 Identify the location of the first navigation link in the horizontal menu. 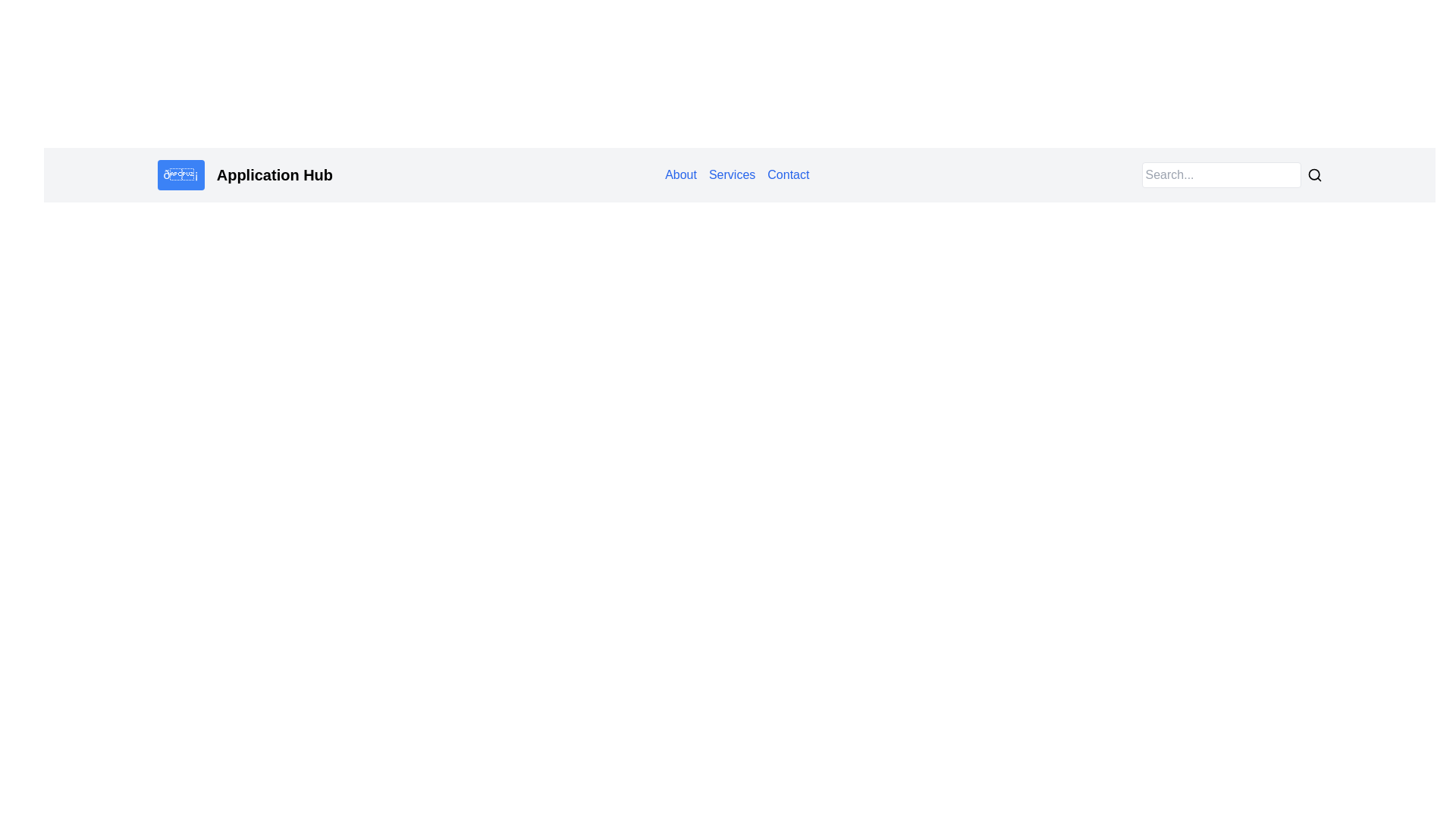
(679, 174).